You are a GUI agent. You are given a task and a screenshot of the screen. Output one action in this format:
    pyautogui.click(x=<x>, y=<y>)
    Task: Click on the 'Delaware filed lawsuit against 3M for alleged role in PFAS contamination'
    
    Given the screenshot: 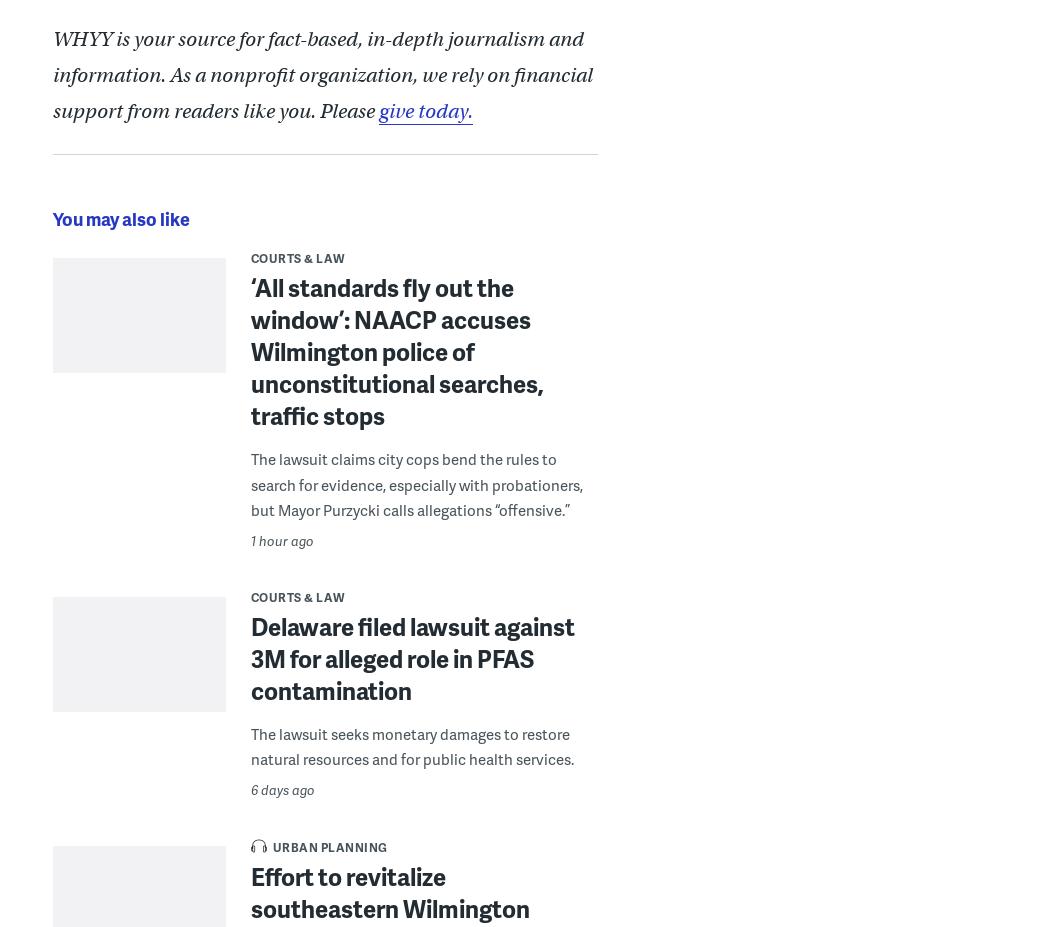 What is the action you would take?
    pyautogui.click(x=412, y=656)
    